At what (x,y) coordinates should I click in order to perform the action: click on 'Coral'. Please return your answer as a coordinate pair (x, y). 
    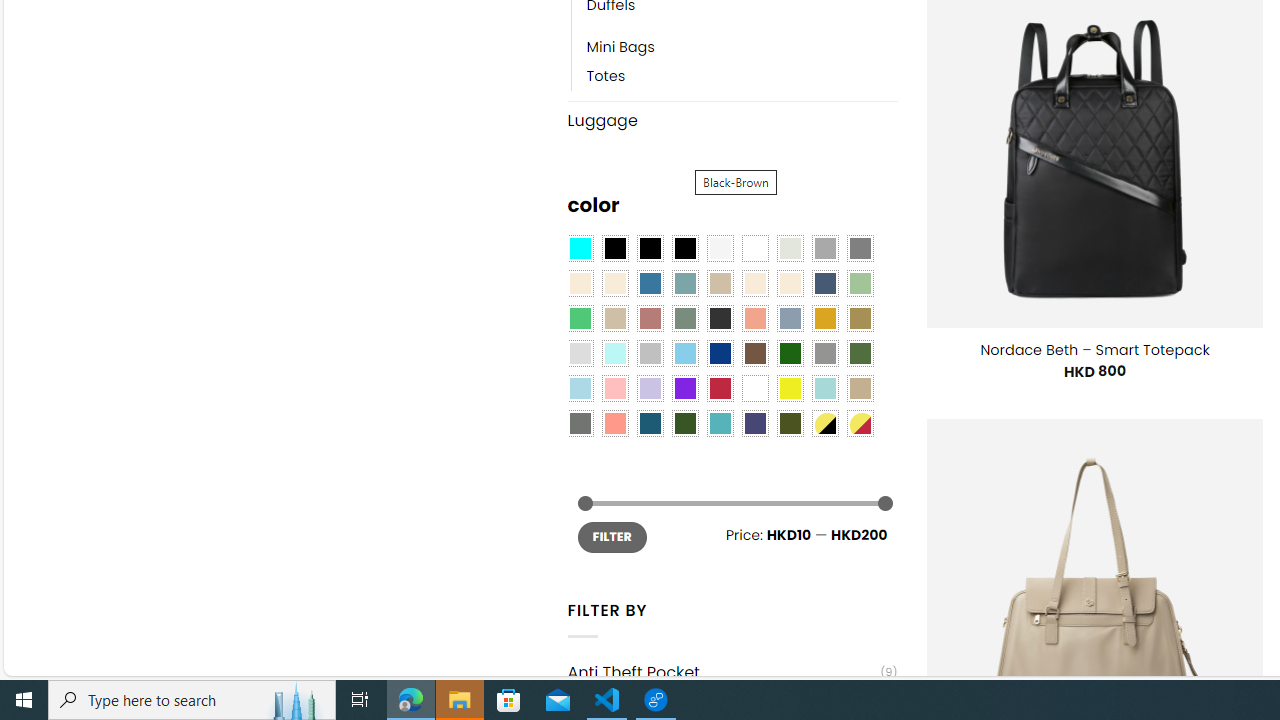
    Looking at the image, I should click on (754, 317).